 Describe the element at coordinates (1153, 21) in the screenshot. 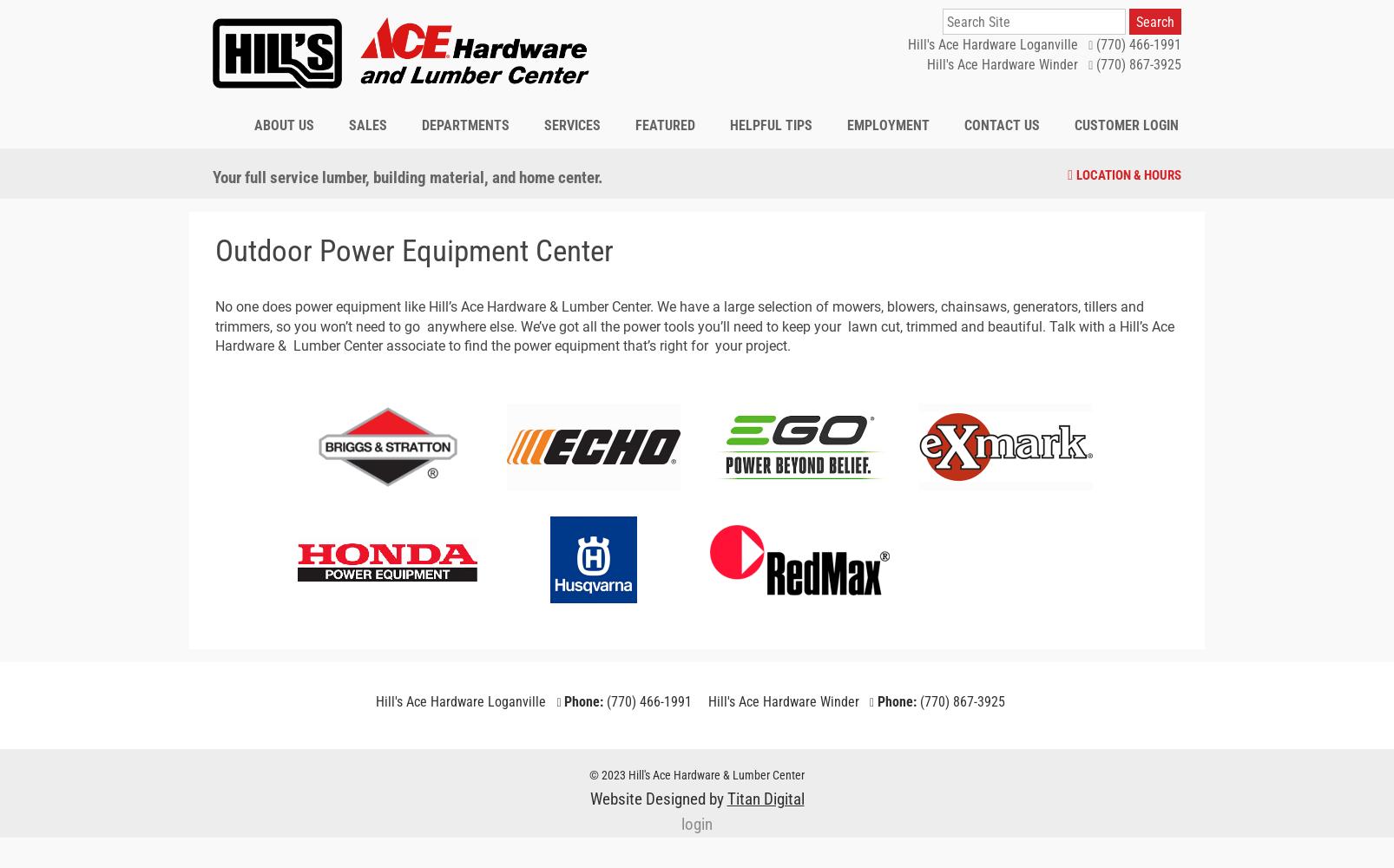

I see `'Search'` at that location.